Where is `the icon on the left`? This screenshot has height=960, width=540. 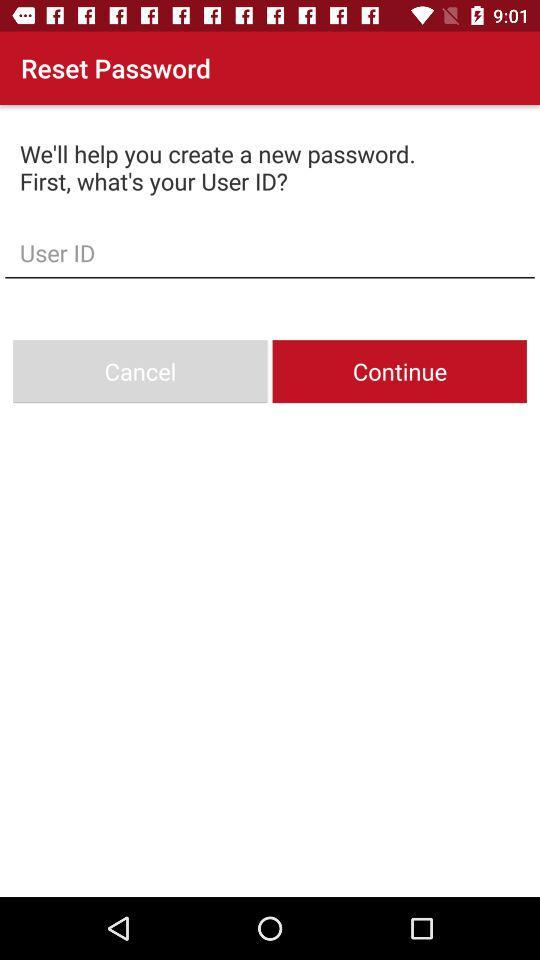 the icon on the left is located at coordinates (139, 370).